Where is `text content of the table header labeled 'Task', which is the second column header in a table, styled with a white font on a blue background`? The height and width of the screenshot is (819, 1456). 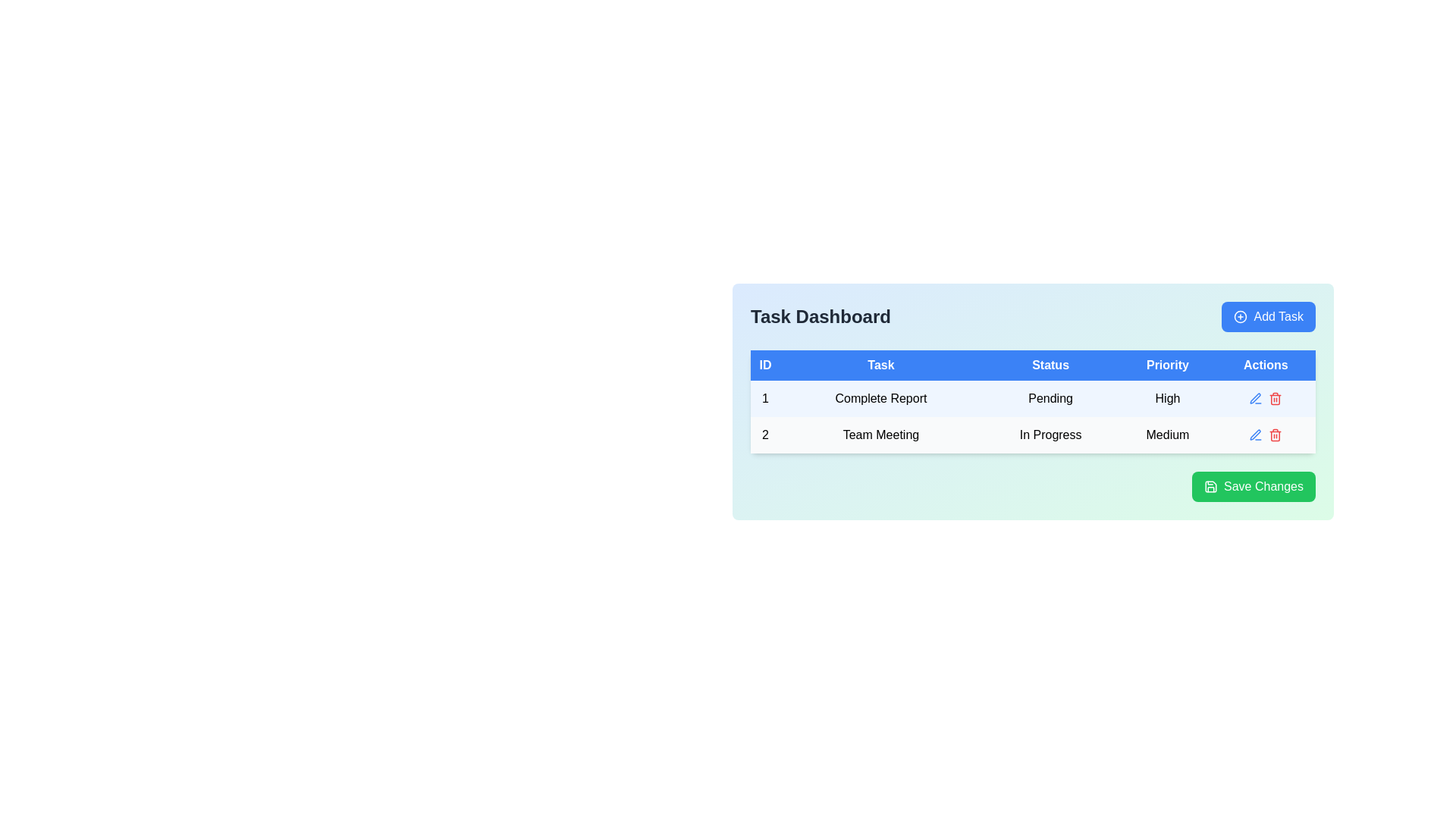
text content of the table header labeled 'Task', which is the second column header in a table, styled with a white font on a blue background is located at coordinates (880, 366).